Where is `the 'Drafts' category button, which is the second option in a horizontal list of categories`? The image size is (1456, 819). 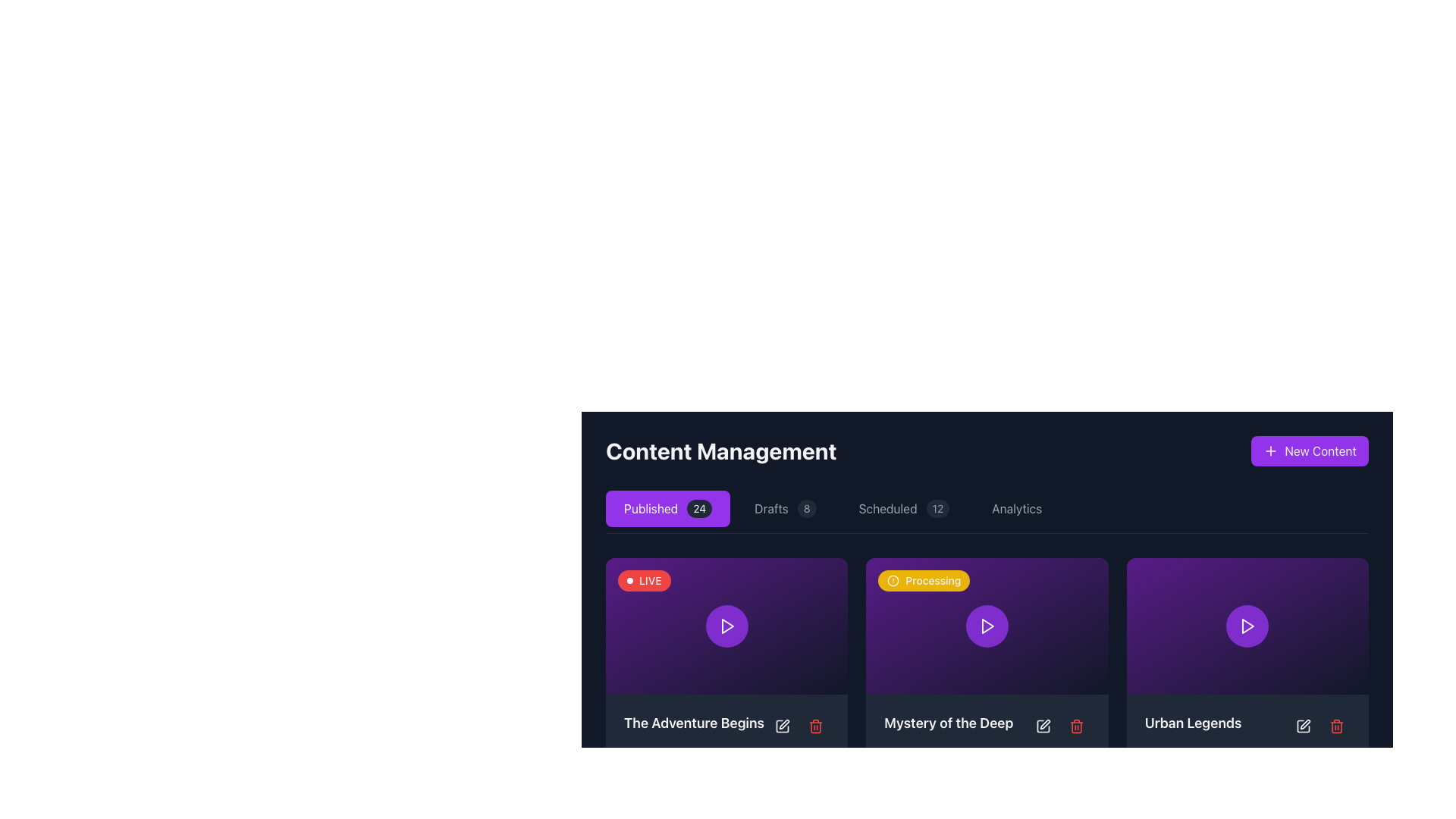 the 'Drafts' category button, which is the second option in a horizontal list of categories is located at coordinates (785, 509).